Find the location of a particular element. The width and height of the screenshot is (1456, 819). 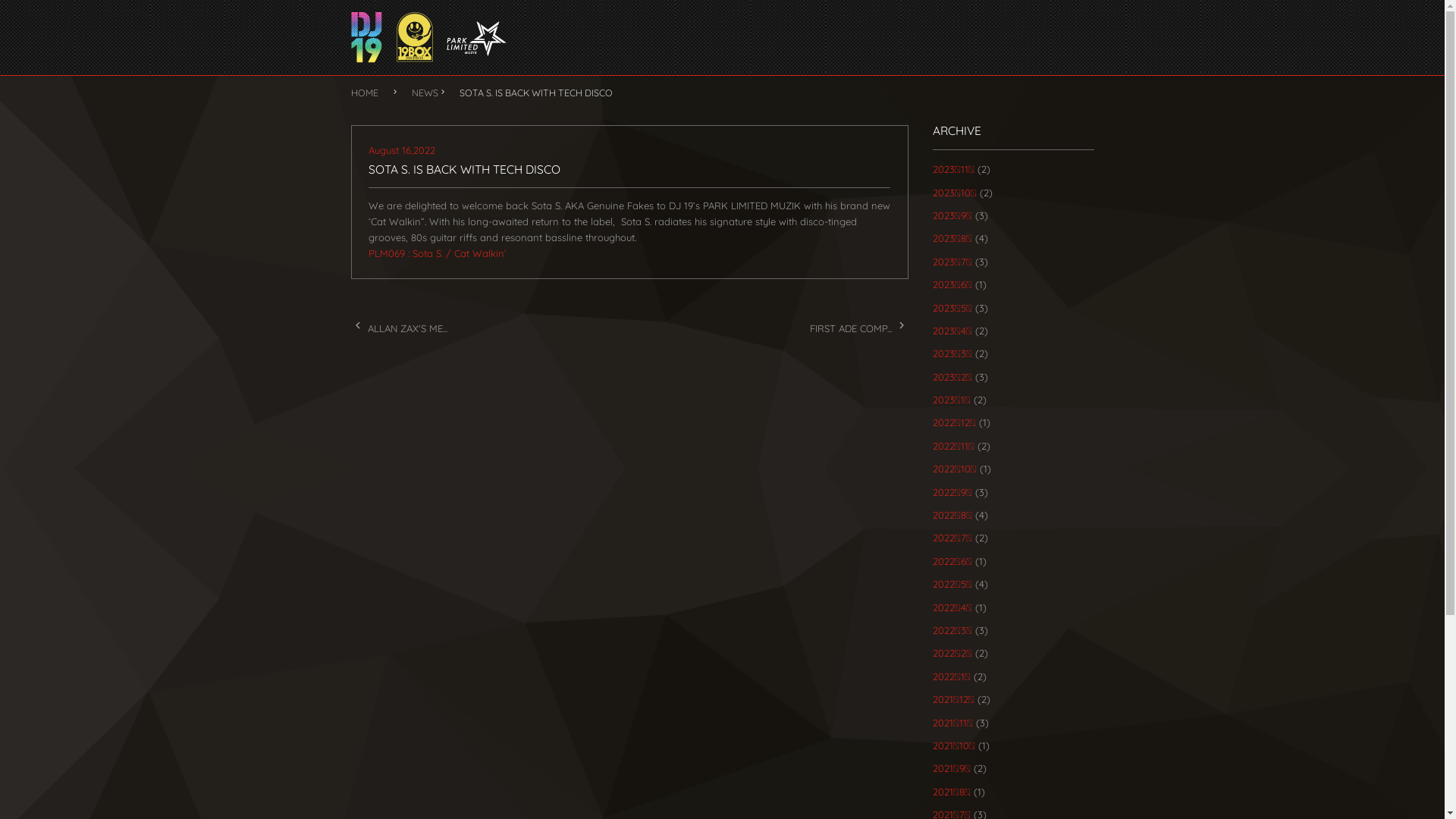

'FIRST ADE COMP... chevron_right' is located at coordinates (858, 327).